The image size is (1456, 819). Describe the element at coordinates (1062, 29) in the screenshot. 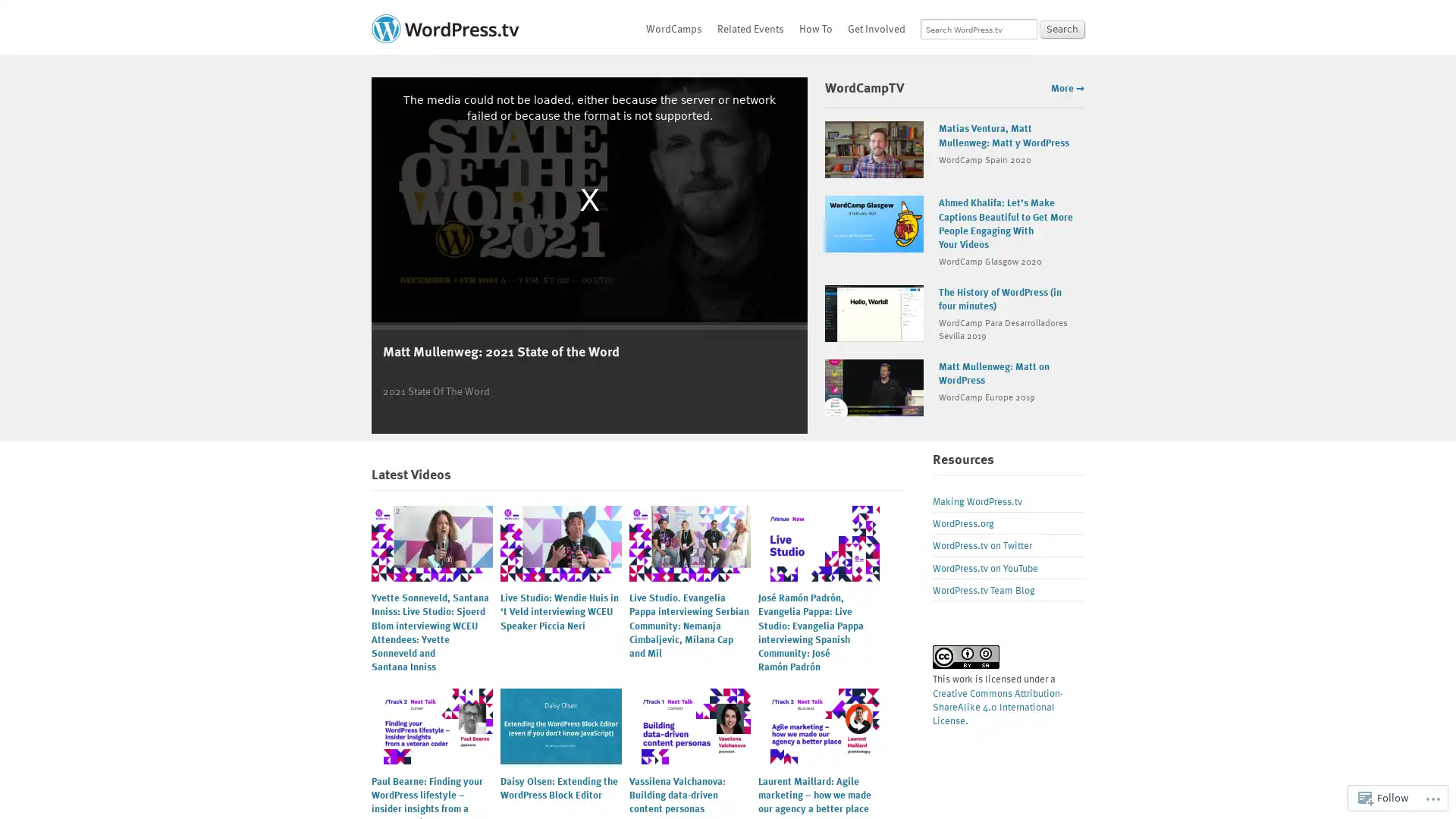

I see `Search` at that location.